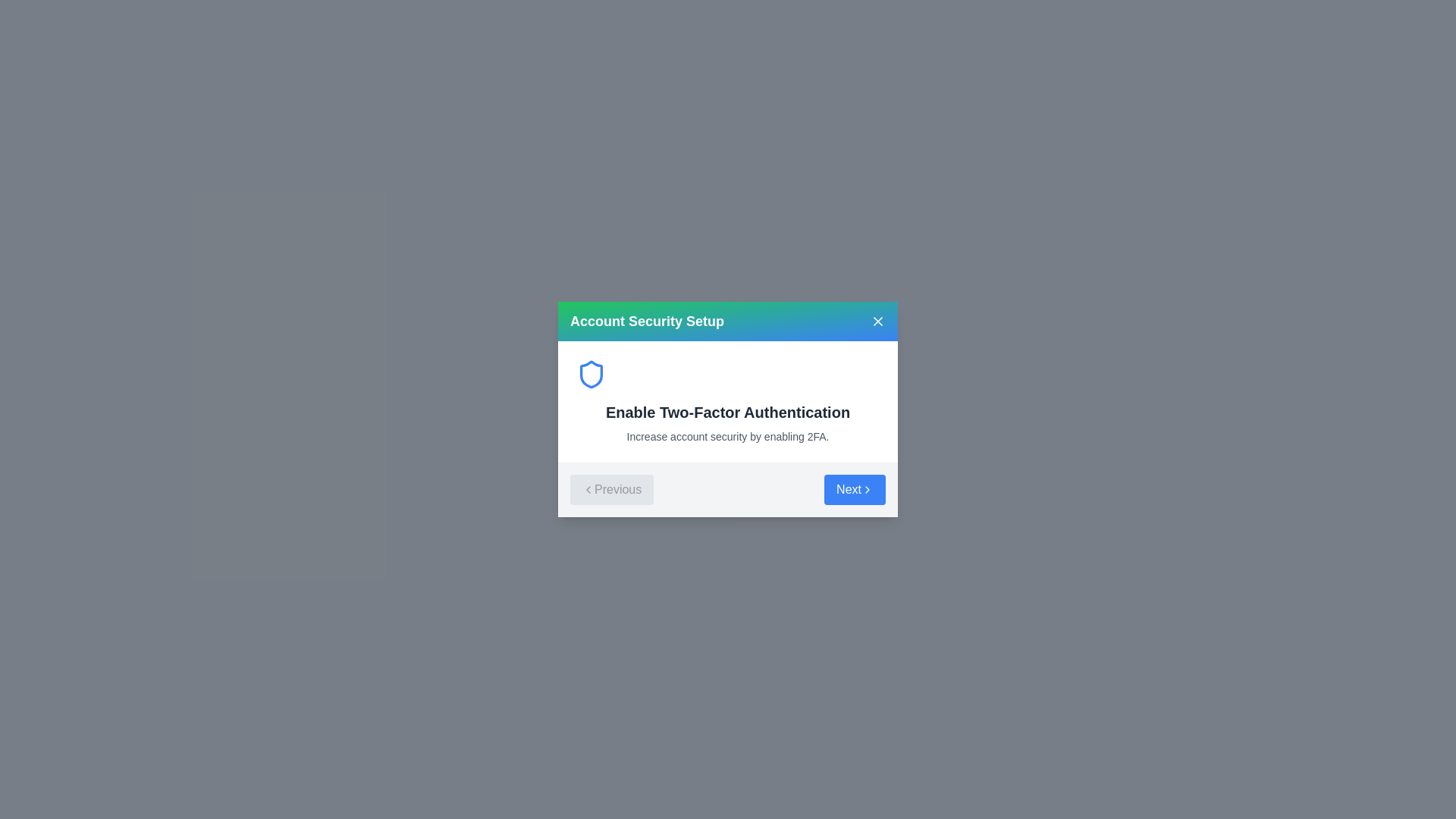  Describe the element at coordinates (867, 489) in the screenshot. I see `the rightward-pointing chevron icon located at the far-right side of the 'Next' button, which is styled in white on a blue background` at that location.